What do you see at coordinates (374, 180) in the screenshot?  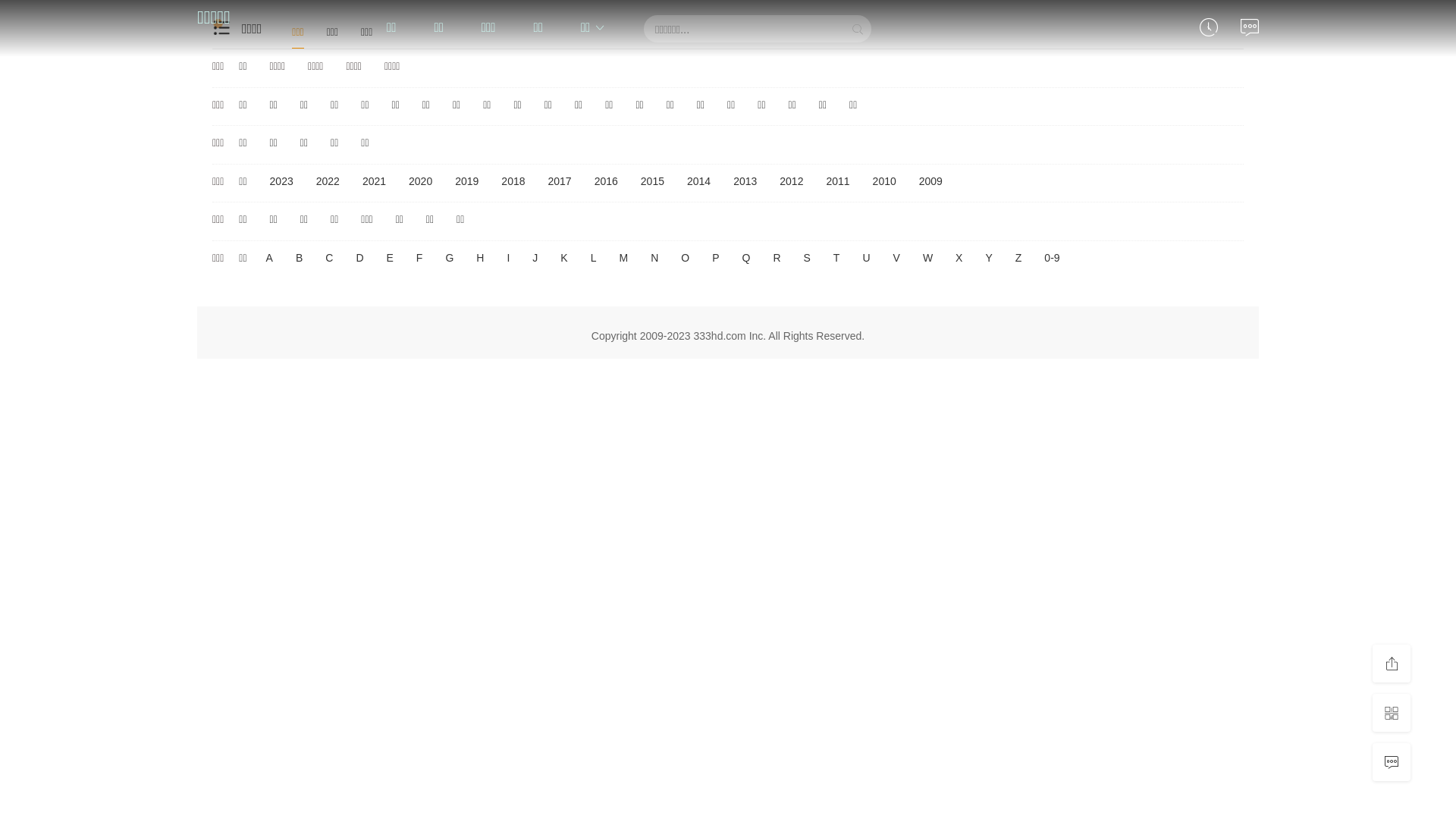 I see `'2021'` at bounding box center [374, 180].